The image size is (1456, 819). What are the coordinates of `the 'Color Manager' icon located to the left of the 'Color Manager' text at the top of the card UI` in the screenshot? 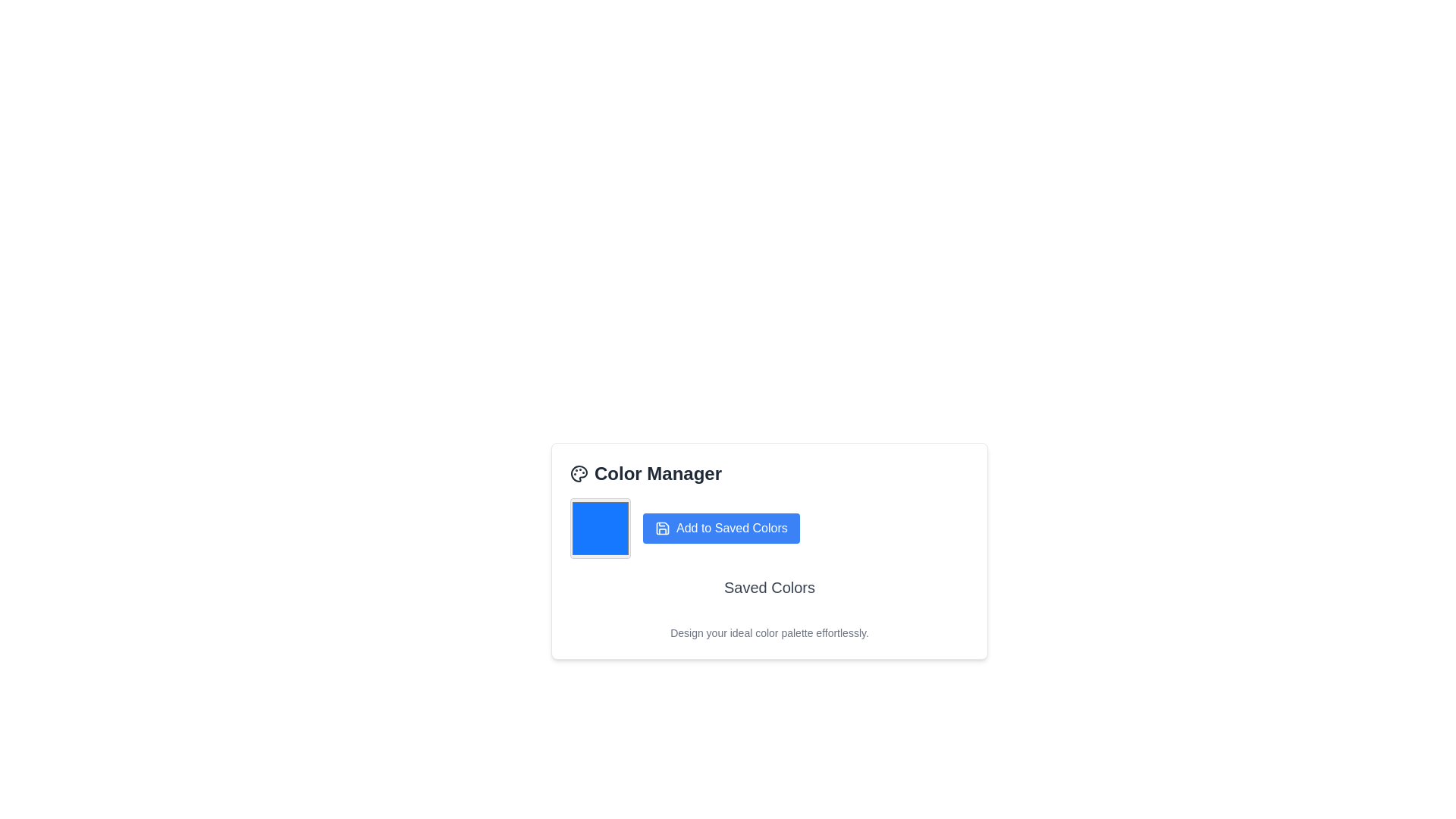 It's located at (578, 472).